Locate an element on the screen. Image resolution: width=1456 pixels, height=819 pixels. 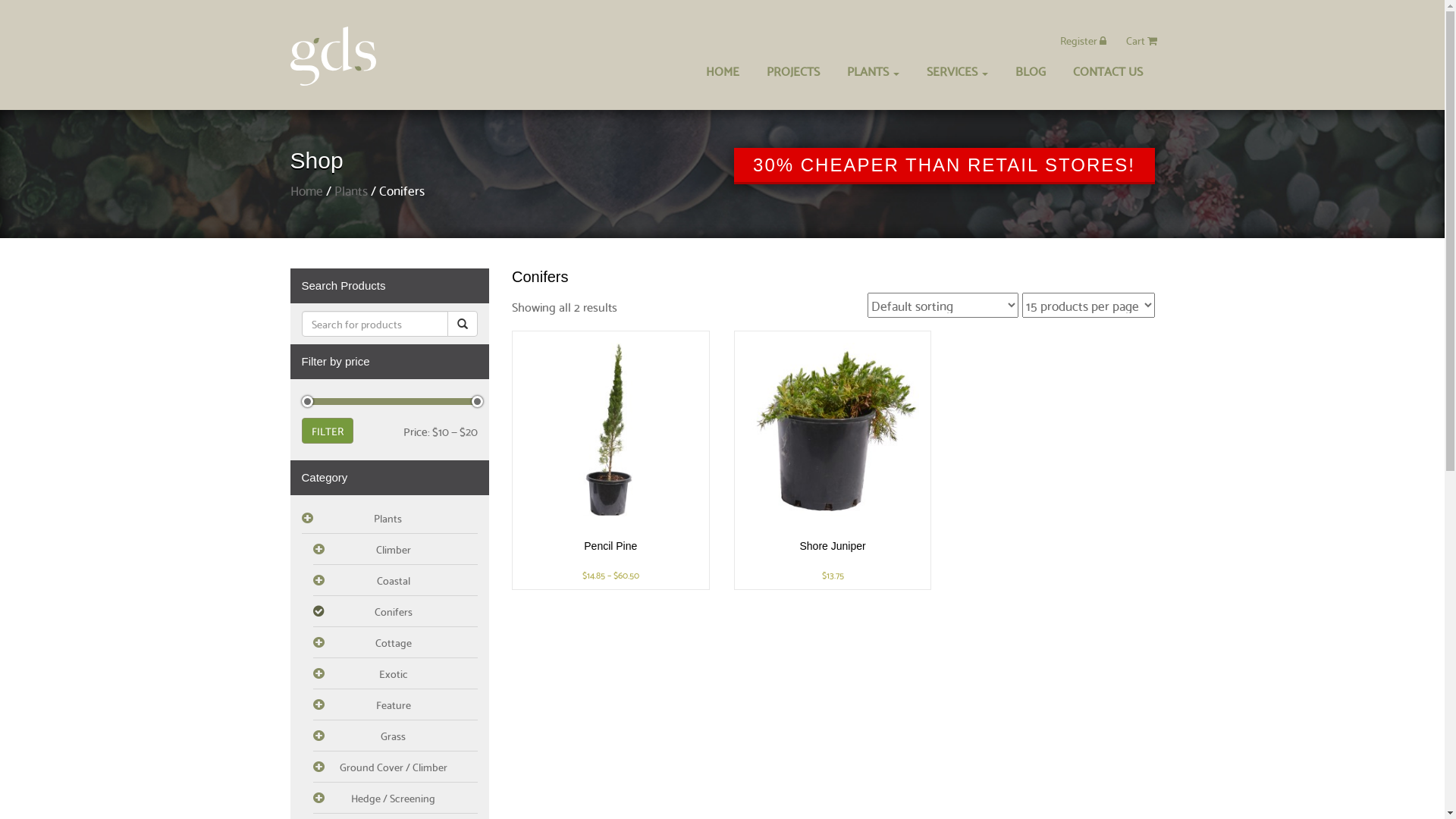
'BLOG' is located at coordinates (1030, 70).